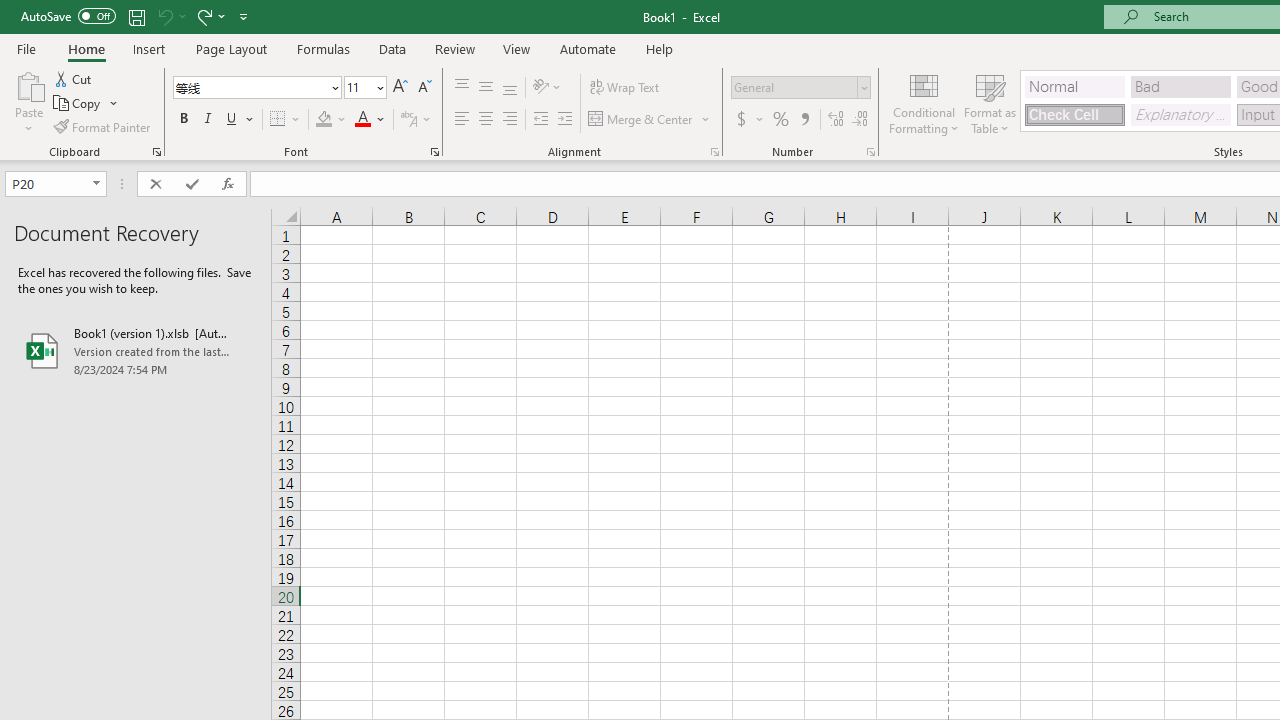 This screenshot has width=1280, height=720. Describe the element at coordinates (415, 119) in the screenshot. I see `'Show Phonetic Field'` at that location.